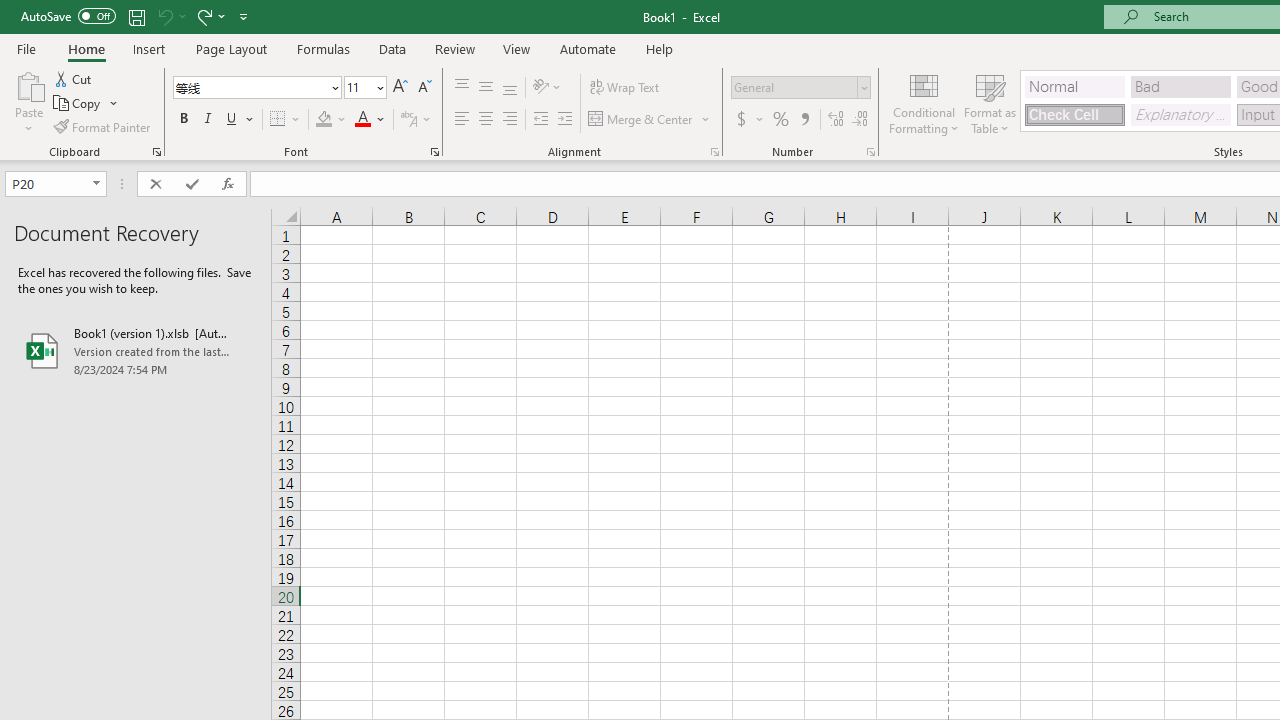 This screenshot has width=1280, height=720. Describe the element at coordinates (415, 119) in the screenshot. I see `'Show Phonetic Field'` at that location.